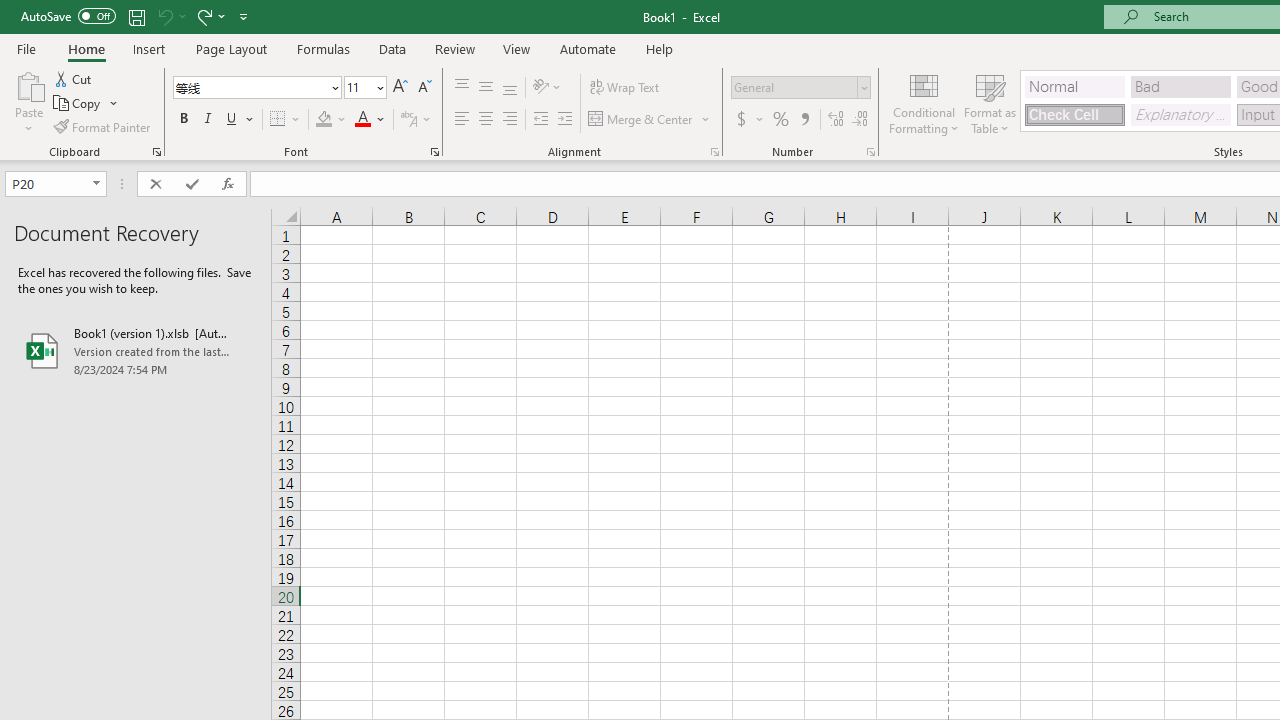 This screenshot has width=1280, height=720. Describe the element at coordinates (415, 119) in the screenshot. I see `'Show Phonetic Field'` at that location.